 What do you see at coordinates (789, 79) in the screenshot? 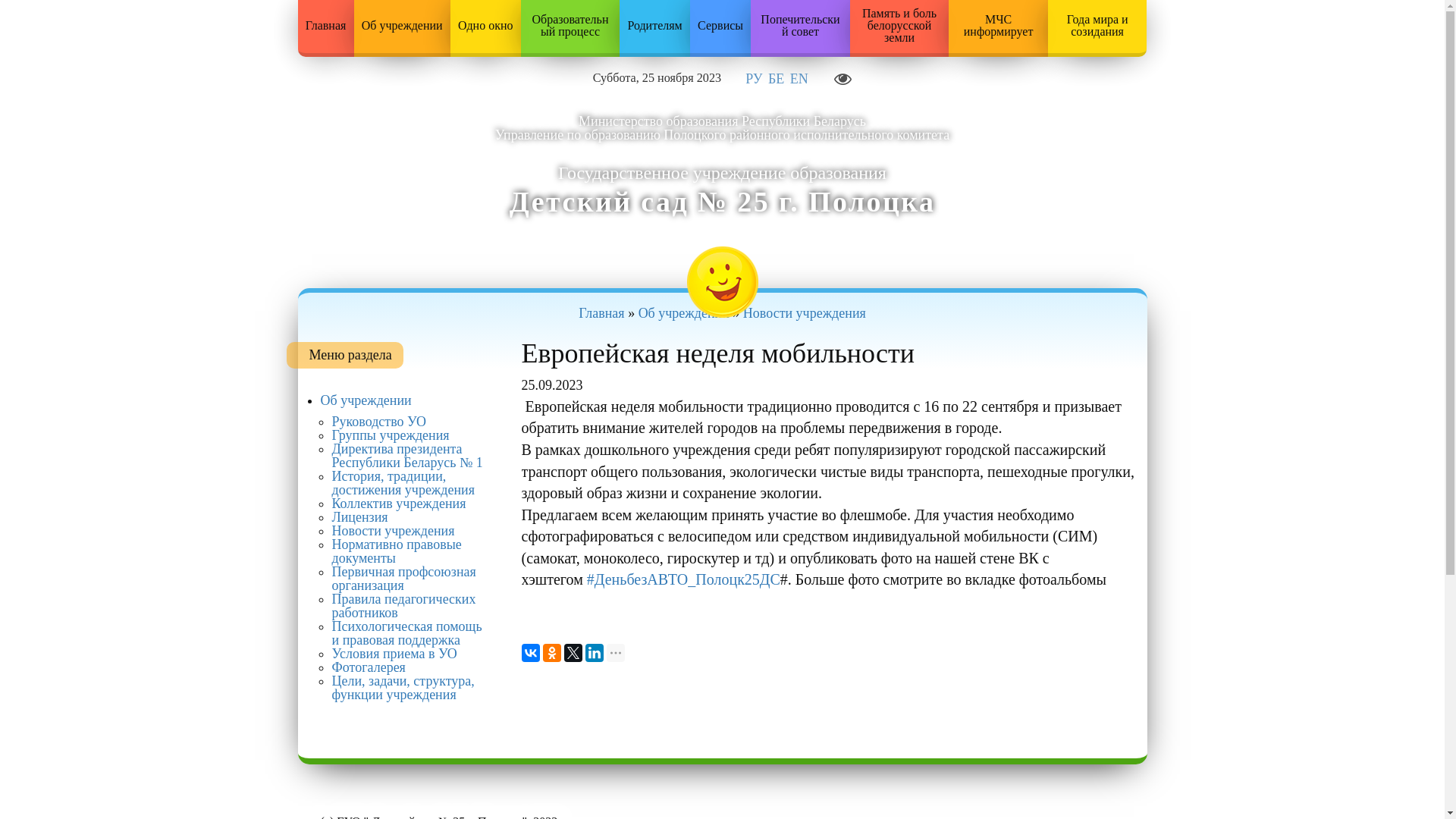
I see `'EN'` at bounding box center [789, 79].